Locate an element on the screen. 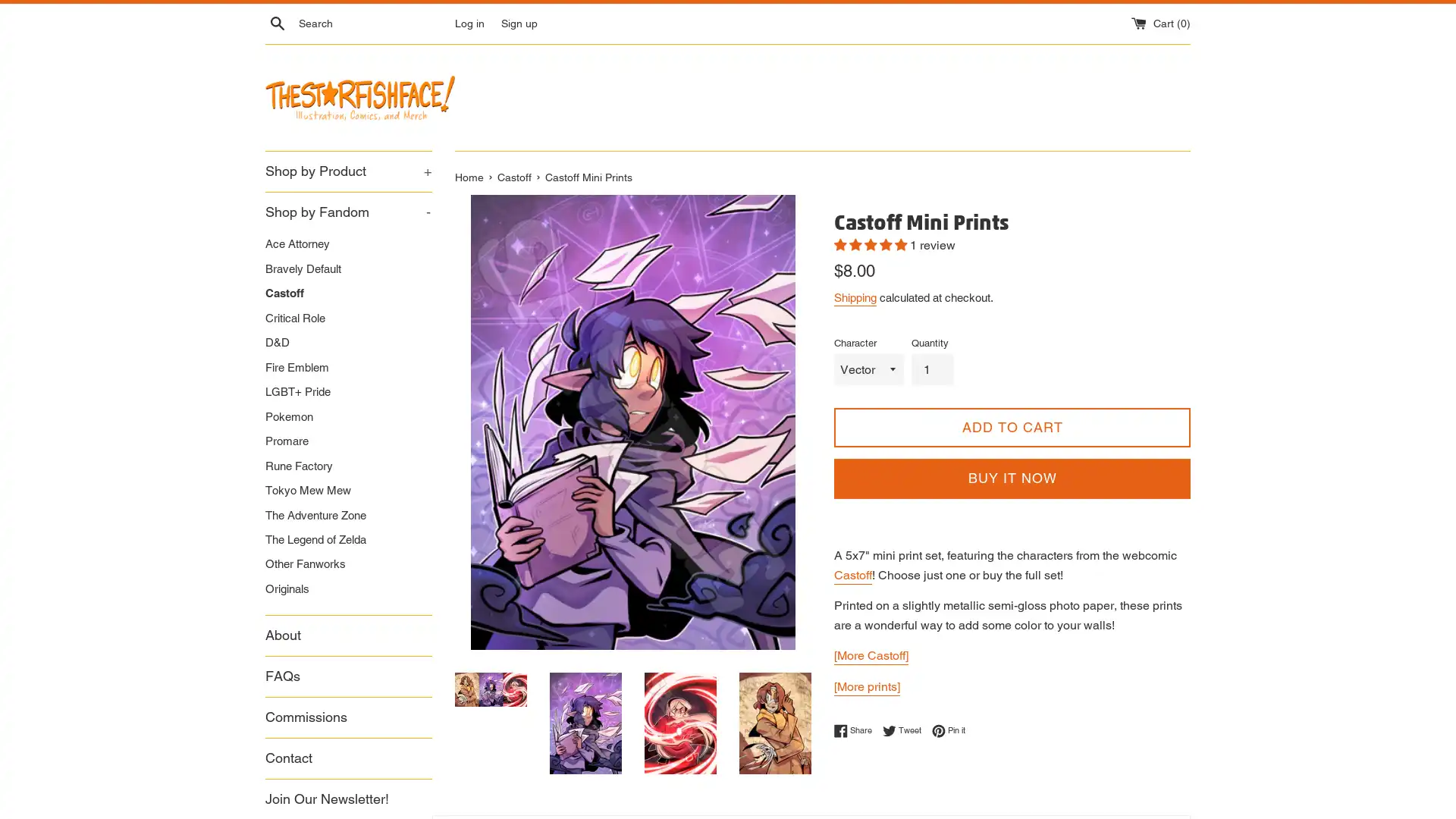 The width and height of the screenshot is (1456, 819). Shop by Product is located at coordinates (348, 171).